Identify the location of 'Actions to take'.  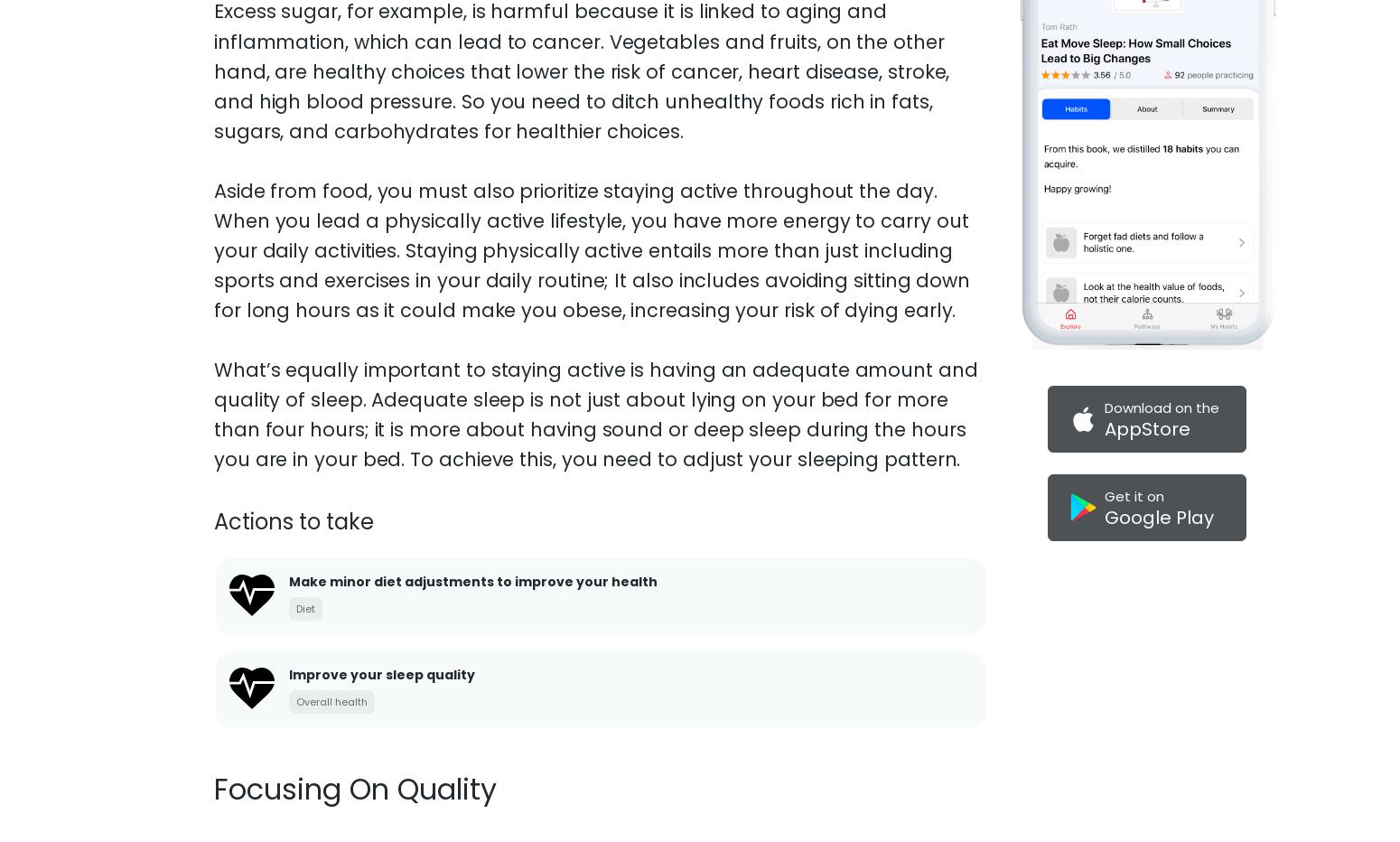
(293, 454).